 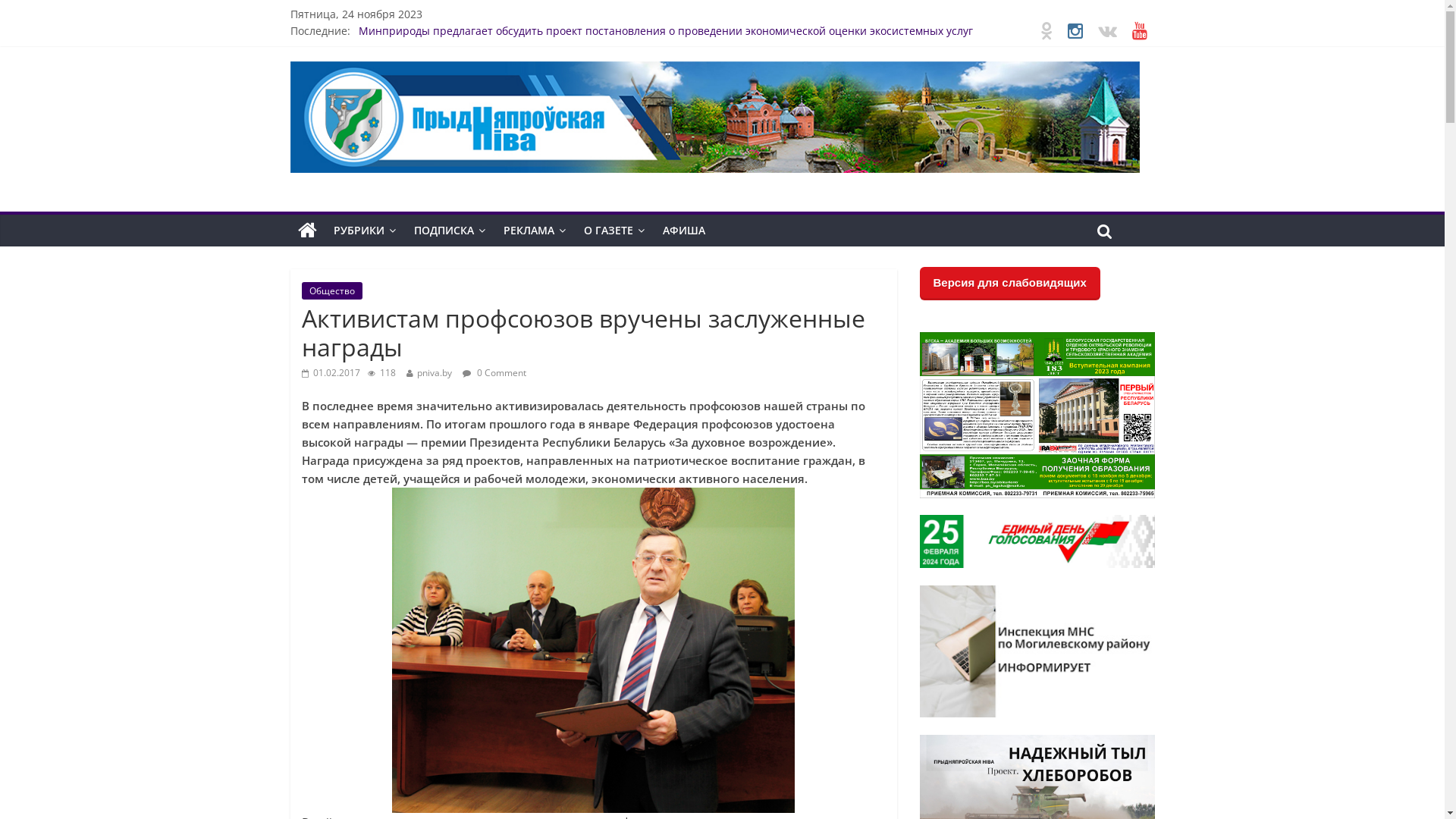 What do you see at coordinates (381, 372) in the screenshot?
I see `'118'` at bounding box center [381, 372].